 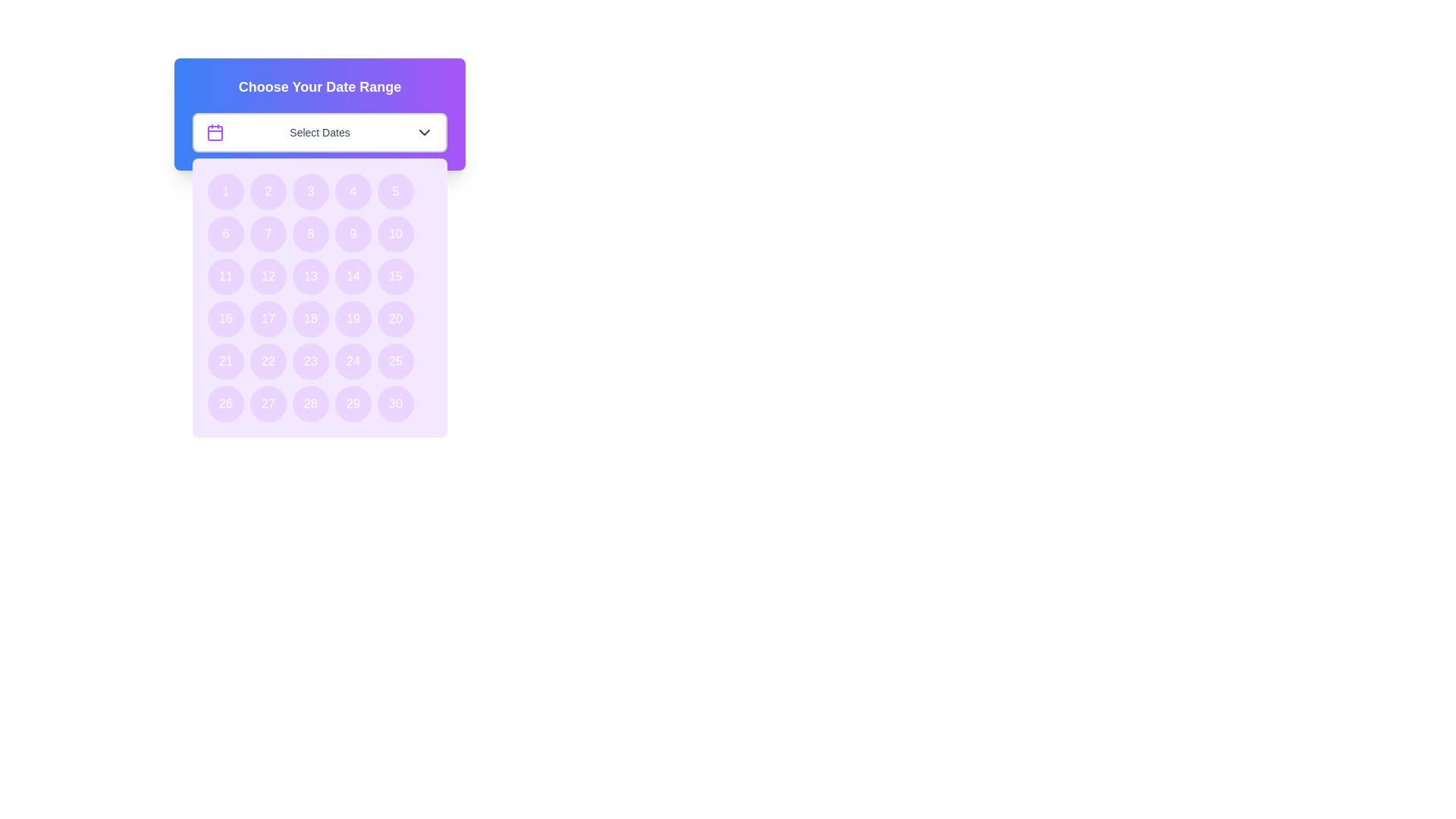 What do you see at coordinates (309, 191) in the screenshot?
I see `the circular light purple button with the number '3' centered in white` at bounding box center [309, 191].